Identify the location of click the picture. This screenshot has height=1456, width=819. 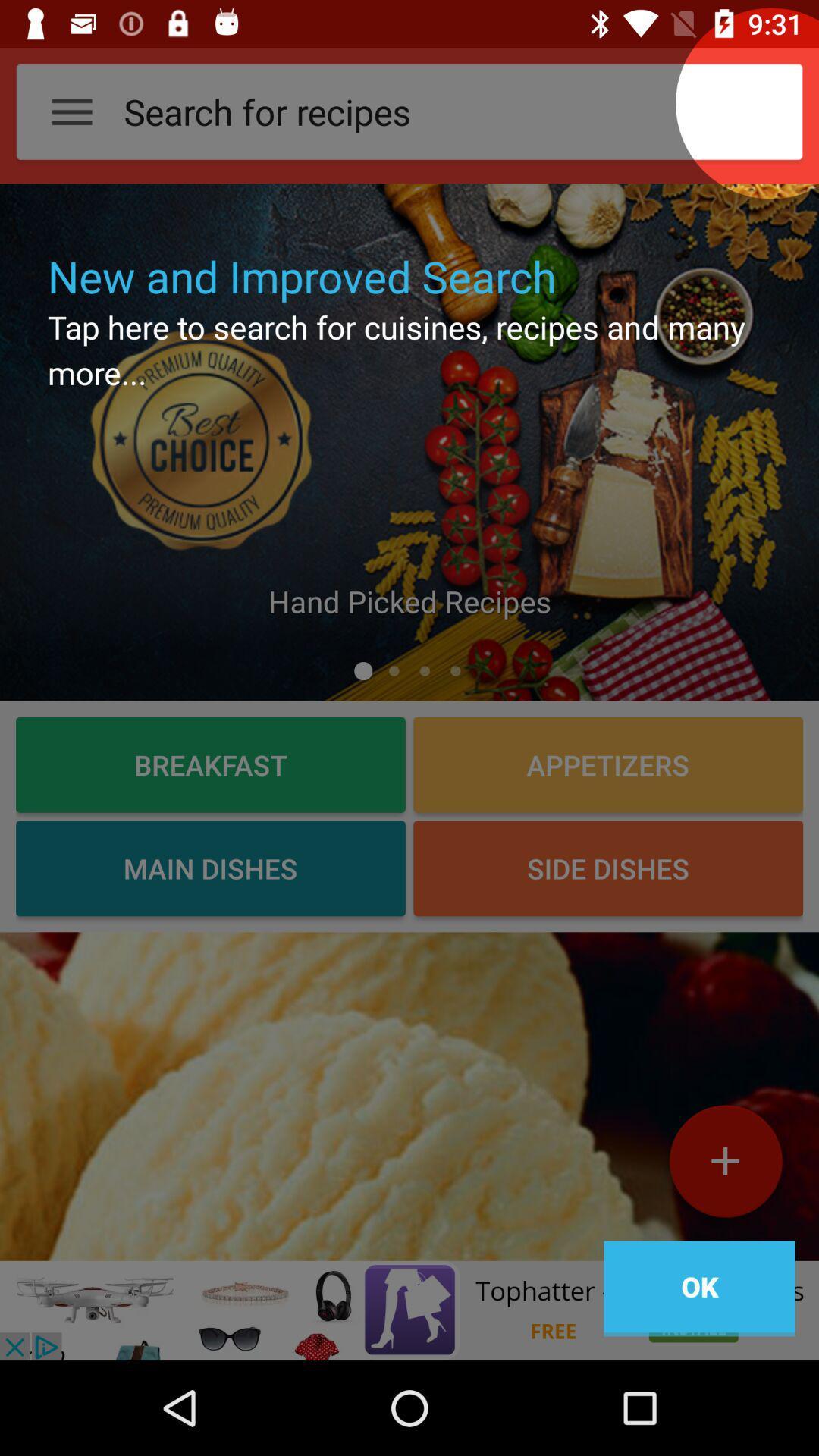
(409, 441).